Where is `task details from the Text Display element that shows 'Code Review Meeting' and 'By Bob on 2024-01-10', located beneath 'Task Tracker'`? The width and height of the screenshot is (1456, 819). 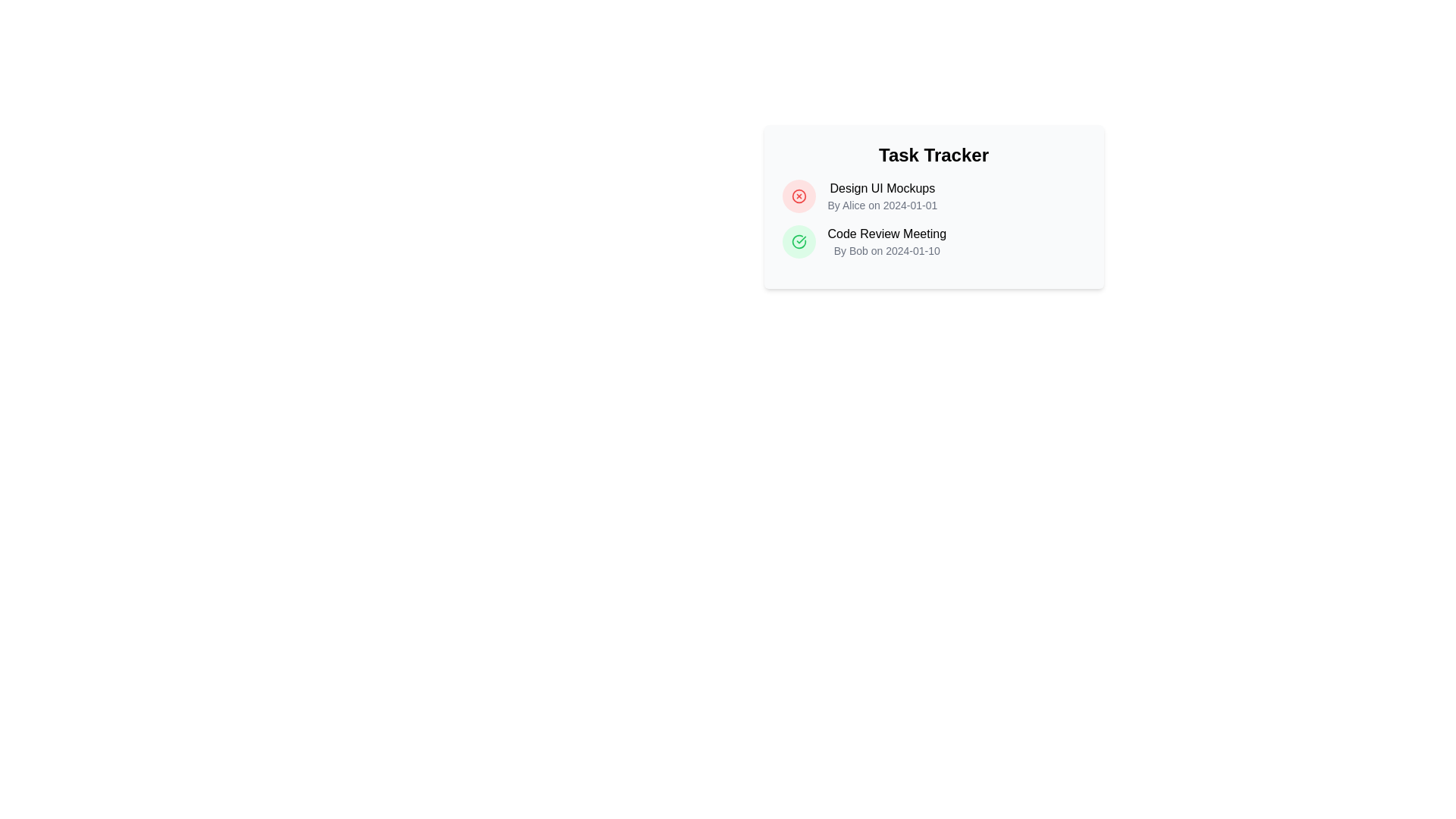 task details from the Text Display element that shows 'Code Review Meeting' and 'By Bob on 2024-01-10', located beneath 'Task Tracker' is located at coordinates (886, 241).